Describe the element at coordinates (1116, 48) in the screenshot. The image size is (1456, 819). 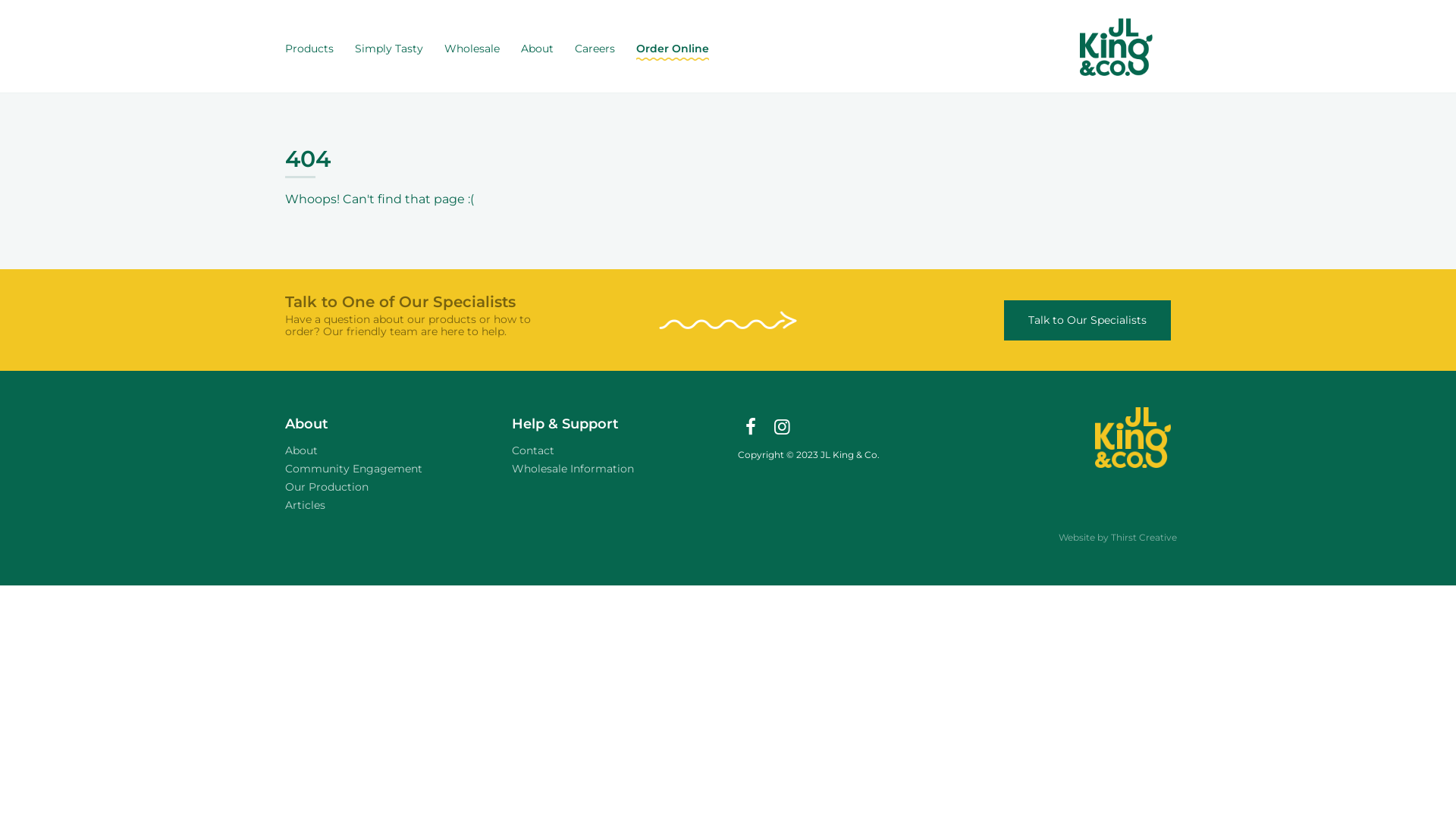
I see `'JL King - Home'` at that location.